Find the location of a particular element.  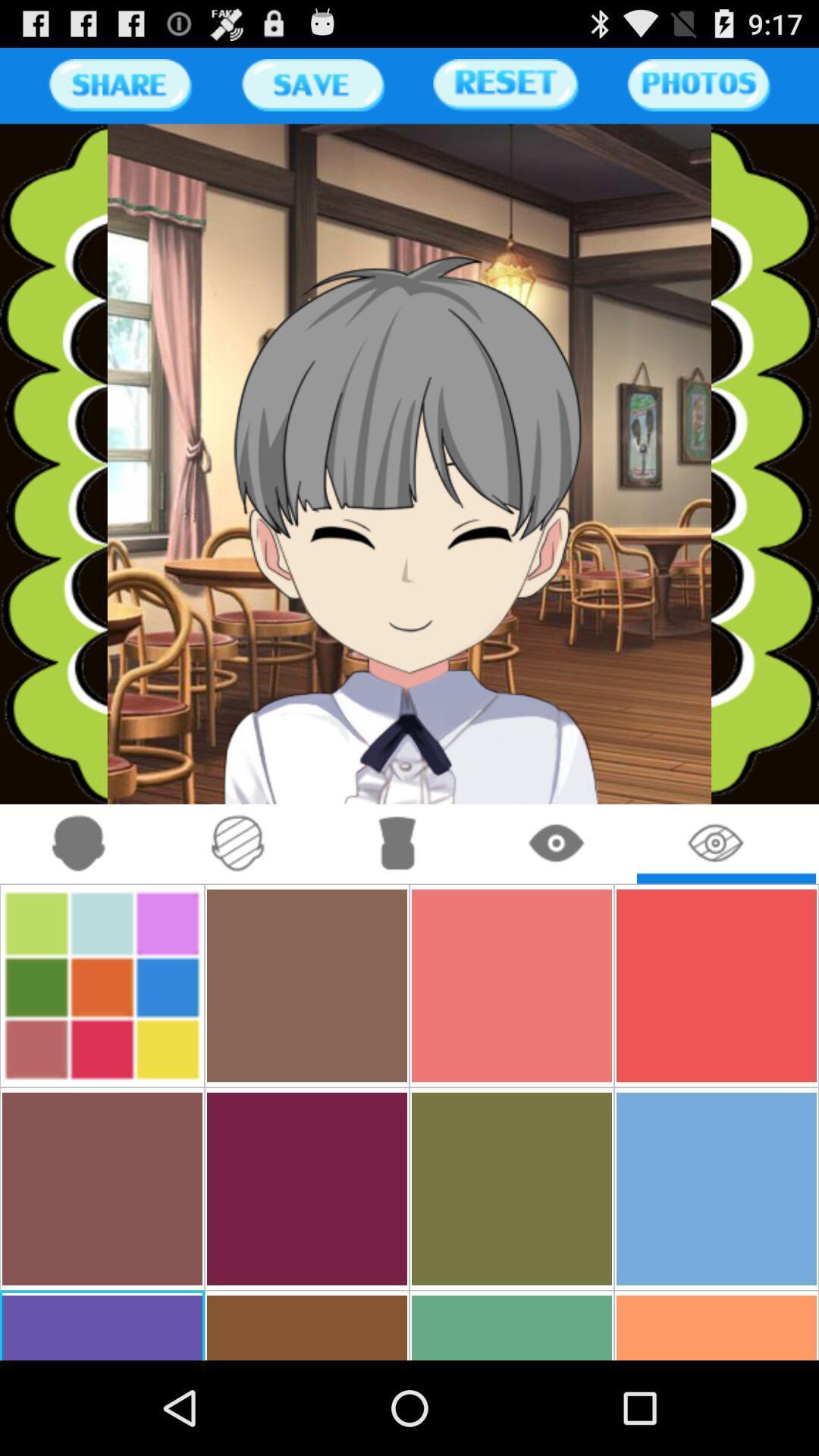

button is located at coordinates (312, 84).